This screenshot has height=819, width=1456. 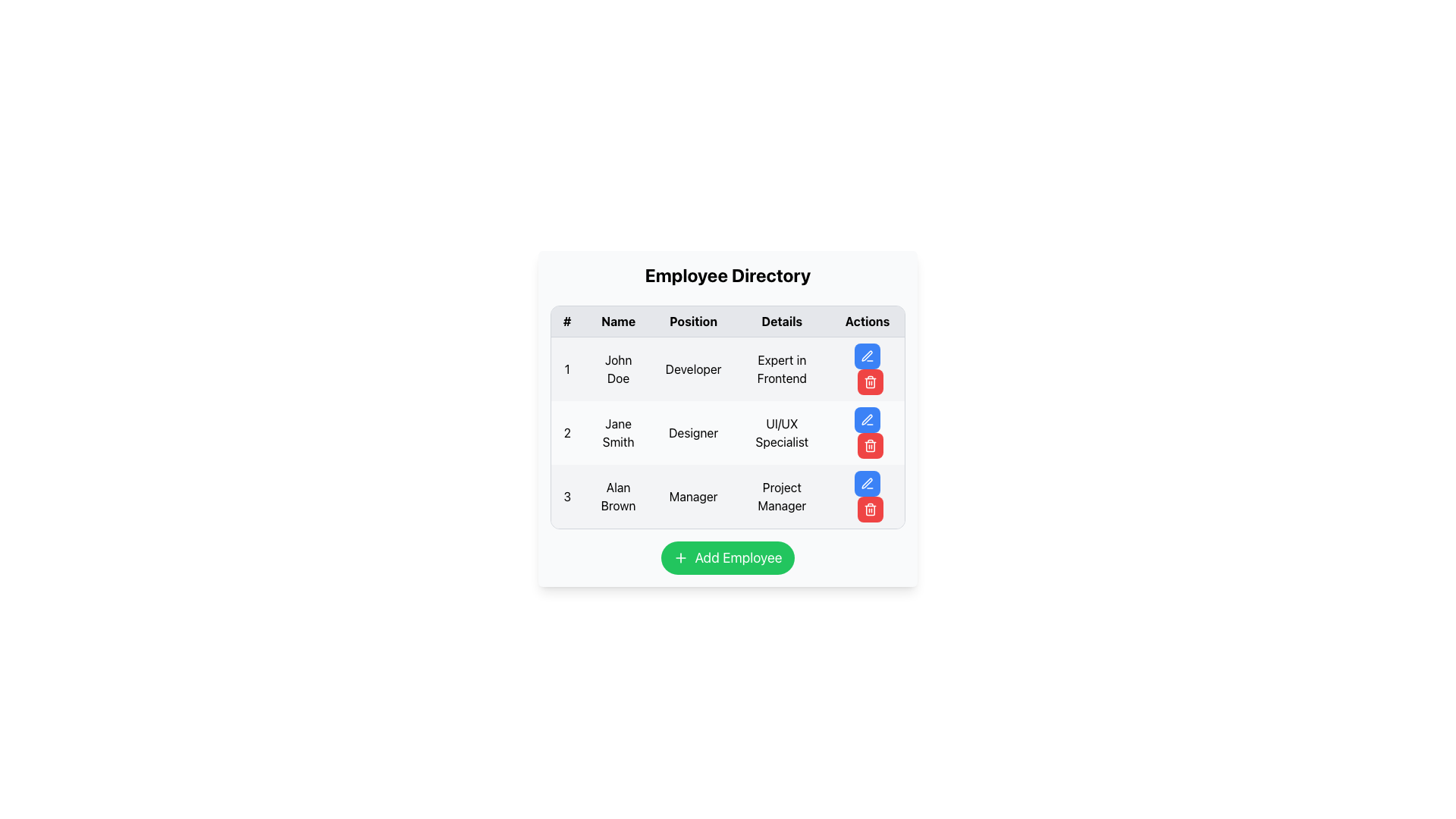 What do you see at coordinates (868, 420) in the screenshot?
I see `the edit/update button in the 'Actions' cell of the second row for 'Jane Smith'` at bounding box center [868, 420].